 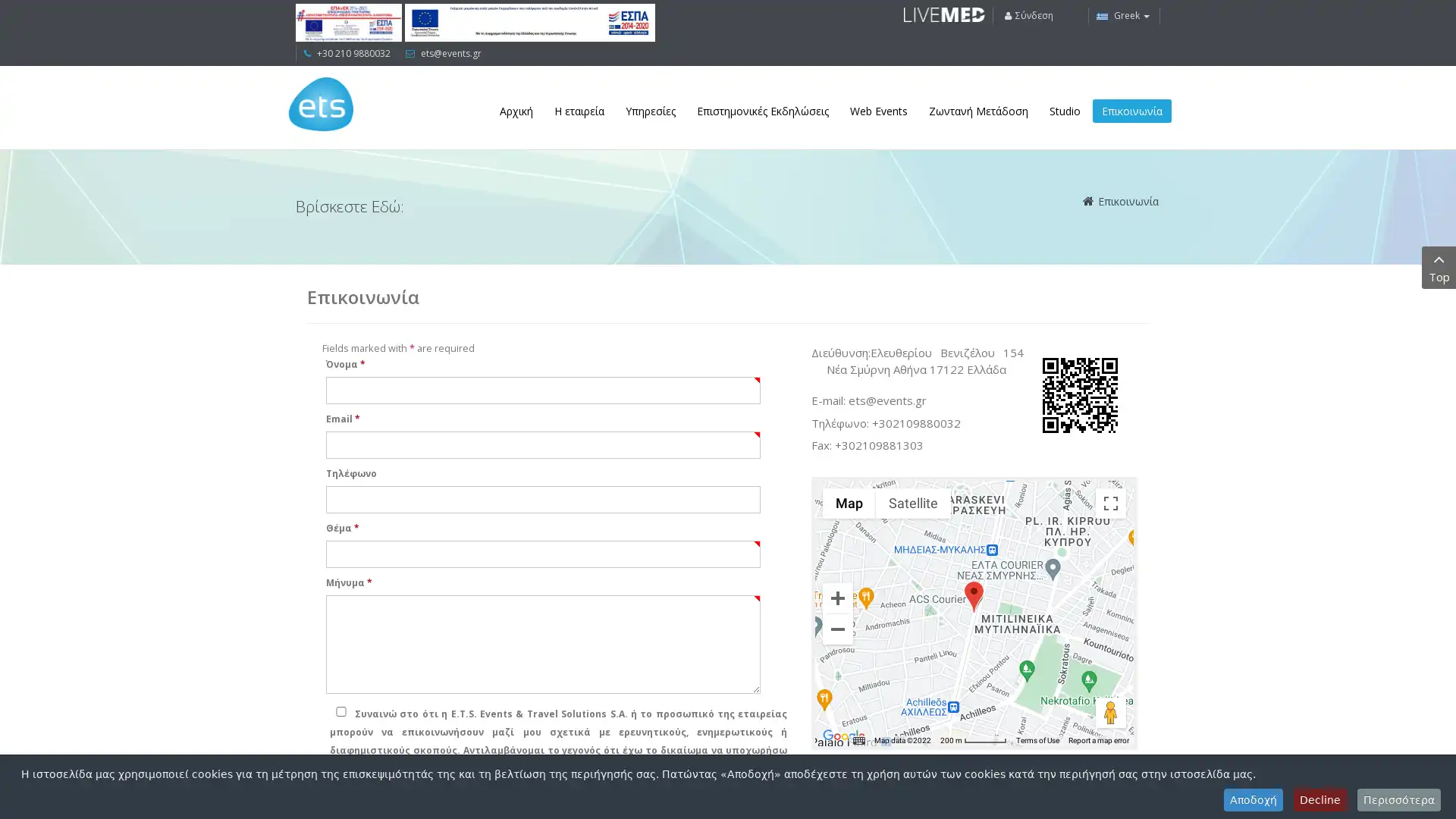 I want to click on Keyboard shortcuts, so click(x=858, y=739).